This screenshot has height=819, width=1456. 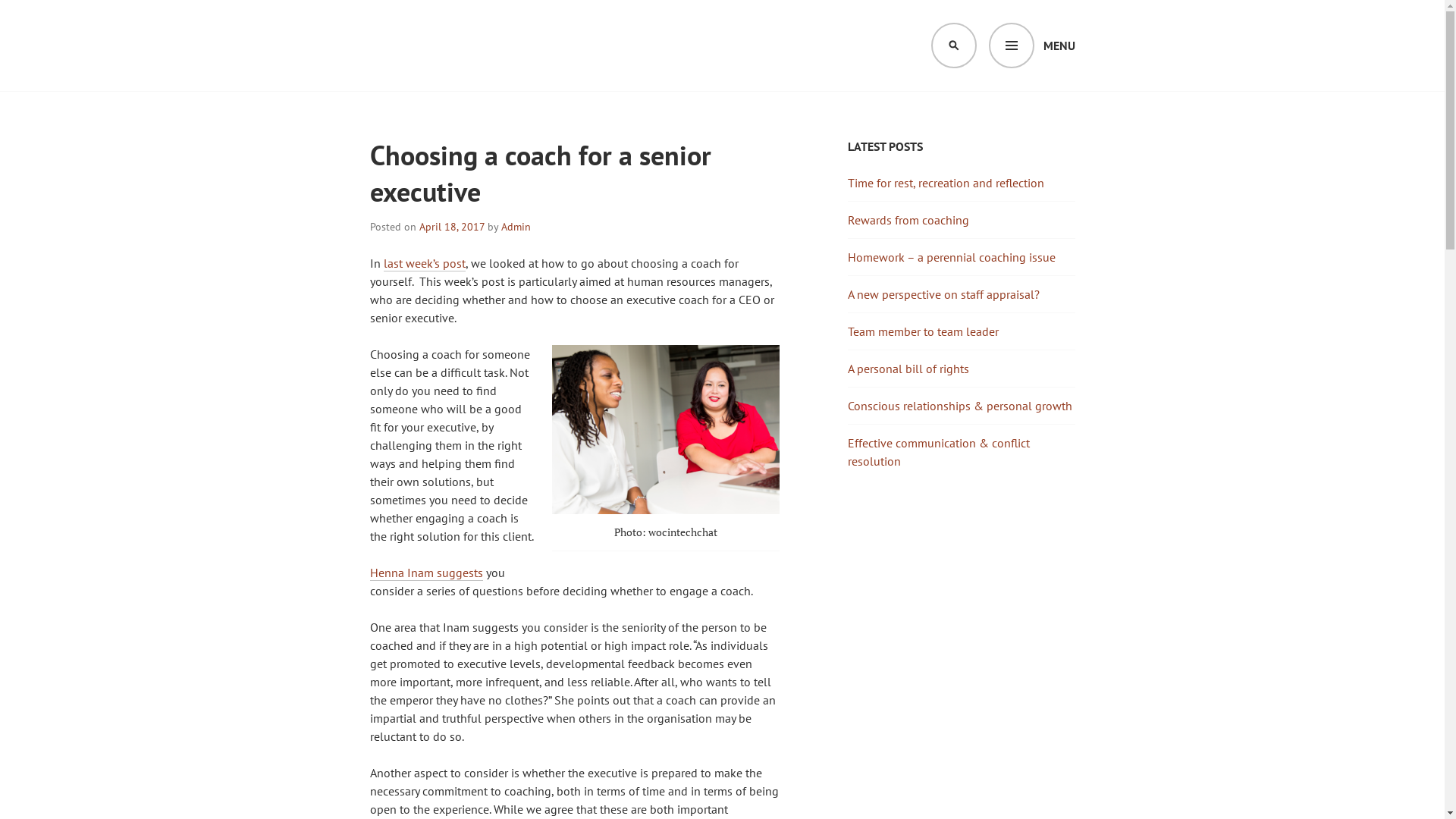 What do you see at coordinates (943, 294) in the screenshot?
I see `'A new perspective on staff appraisal?'` at bounding box center [943, 294].